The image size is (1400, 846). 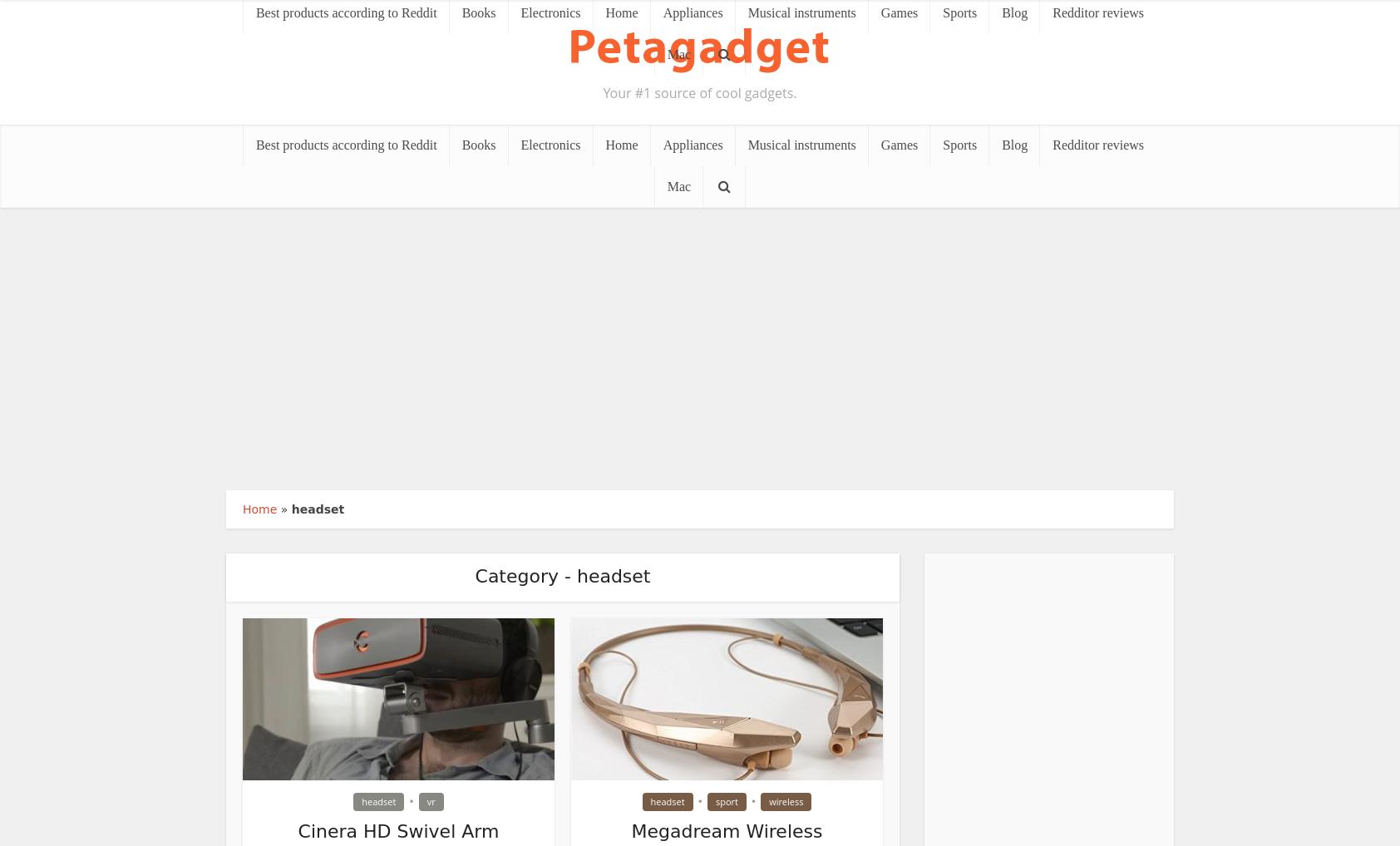 What do you see at coordinates (425, 800) in the screenshot?
I see `'vr'` at bounding box center [425, 800].